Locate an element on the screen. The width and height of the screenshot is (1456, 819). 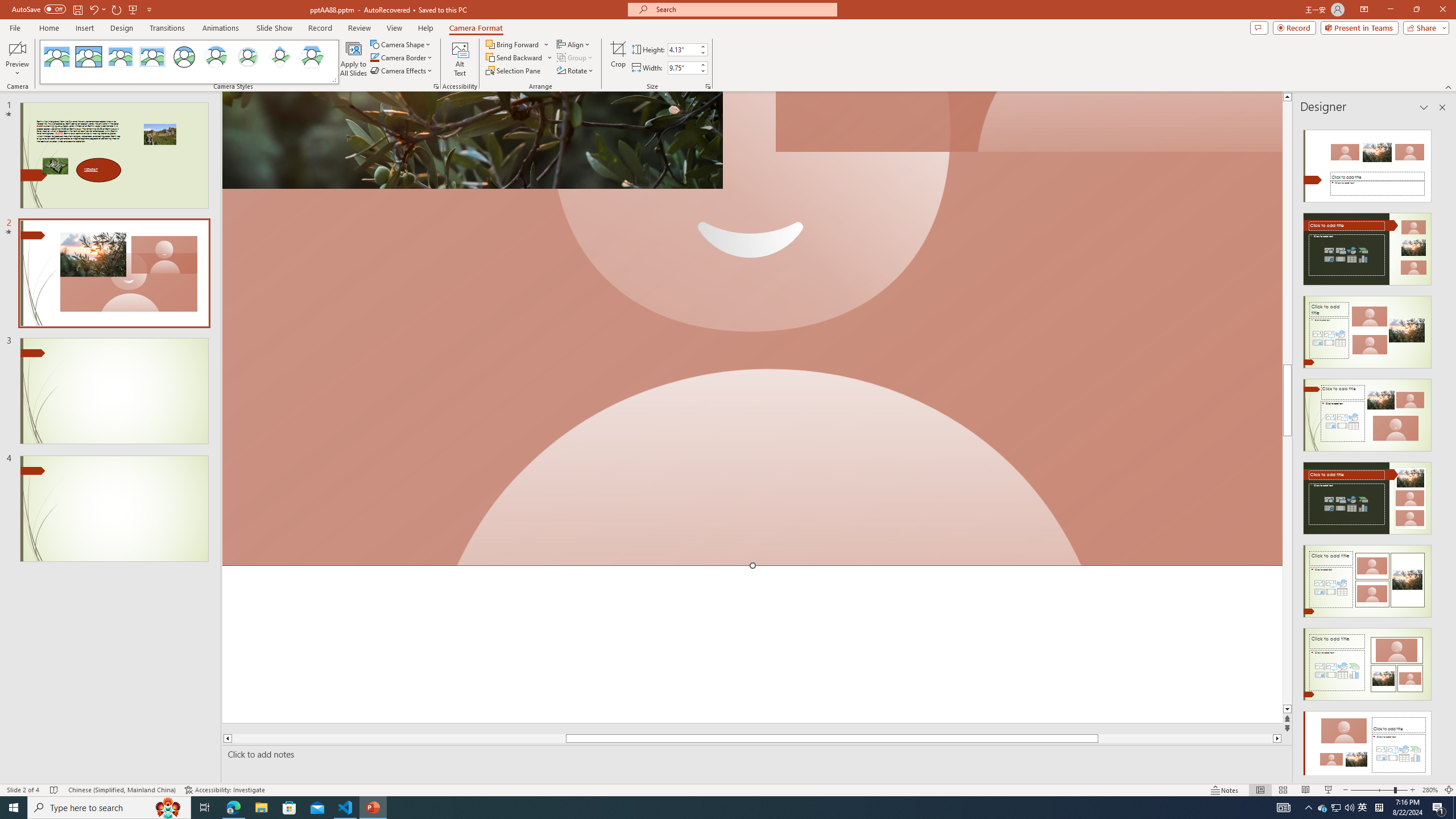
'Crop' is located at coordinates (617, 59).